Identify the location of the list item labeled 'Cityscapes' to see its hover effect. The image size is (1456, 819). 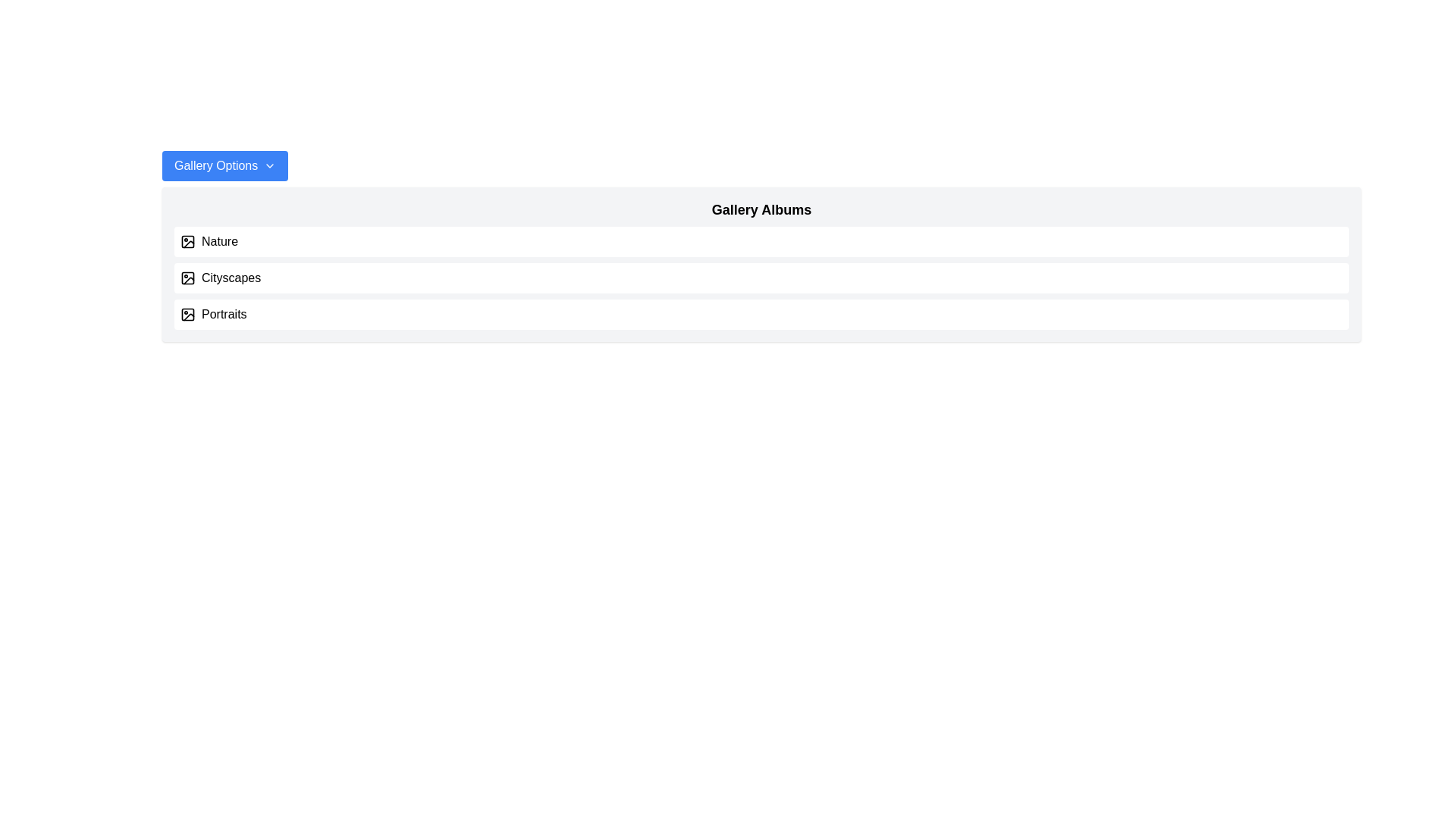
(761, 278).